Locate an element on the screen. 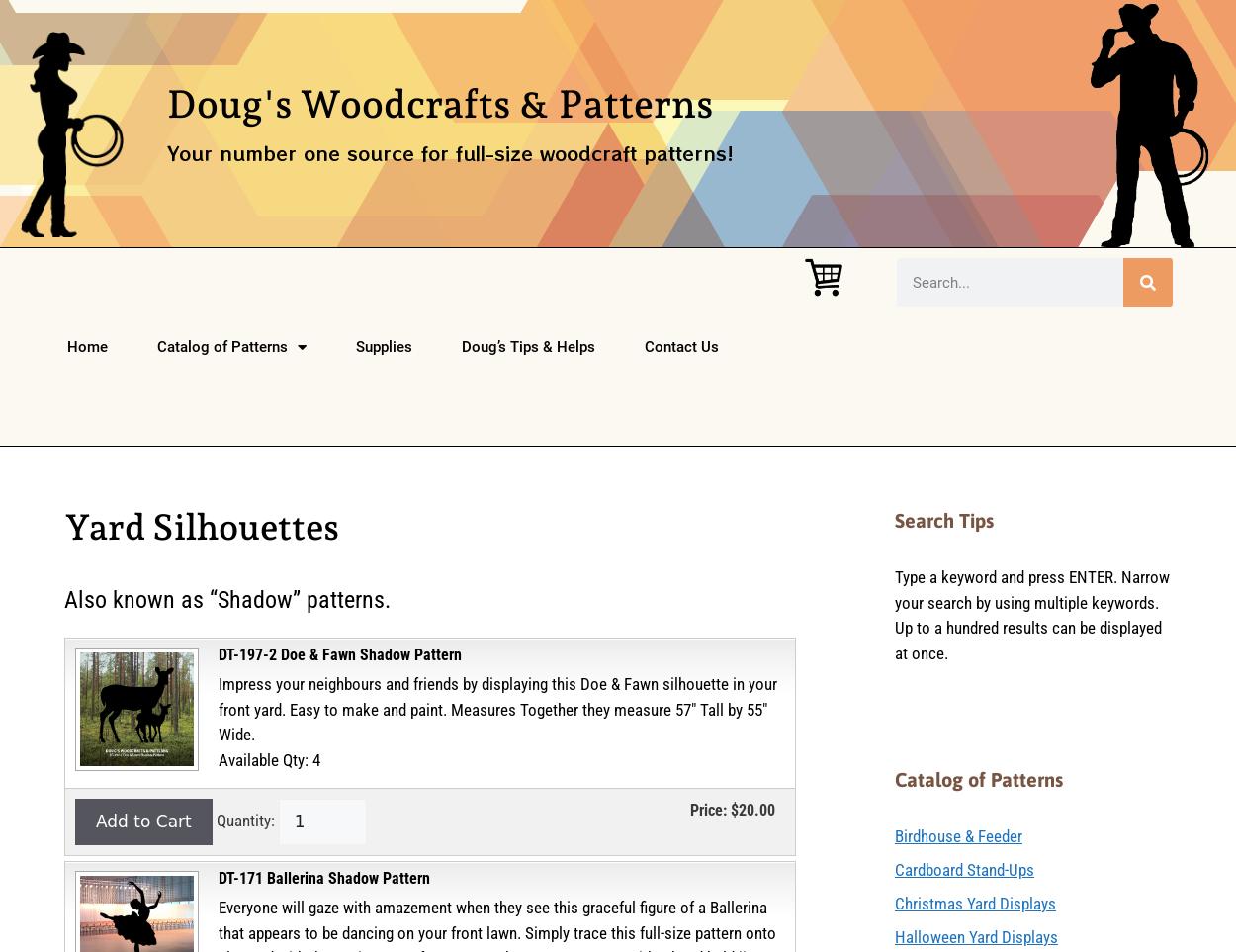  'Doug's Woodcrafts & Patterns' is located at coordinates (166, 102).